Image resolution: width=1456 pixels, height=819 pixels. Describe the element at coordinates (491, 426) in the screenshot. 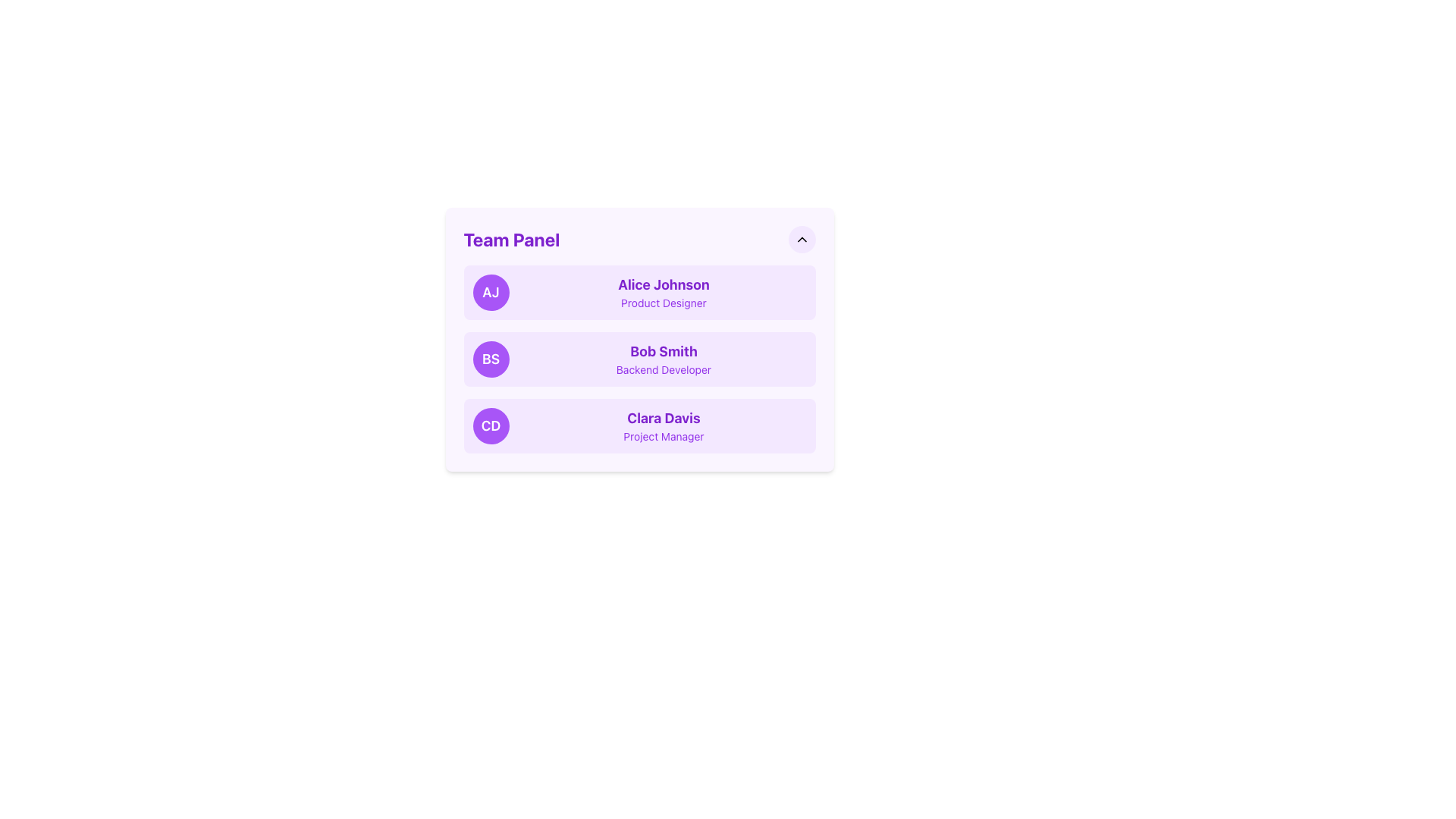

I see `the Avatar located in the bottom item of the 'Team Panel' list that identifies the entry for 'Clara Davis, Project Manager.'` at that location.